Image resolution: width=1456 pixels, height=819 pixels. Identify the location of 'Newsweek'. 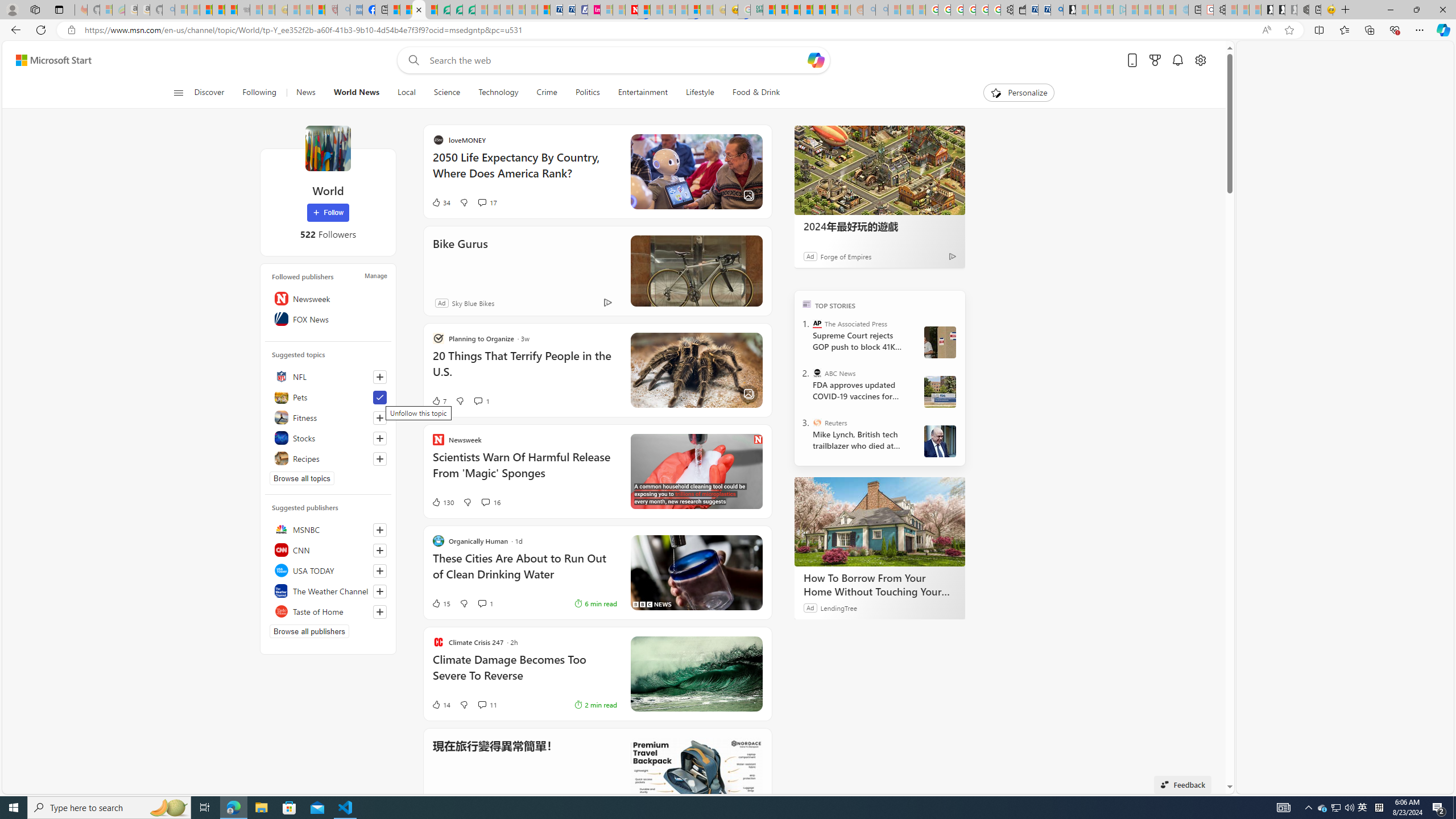
(327, 298).